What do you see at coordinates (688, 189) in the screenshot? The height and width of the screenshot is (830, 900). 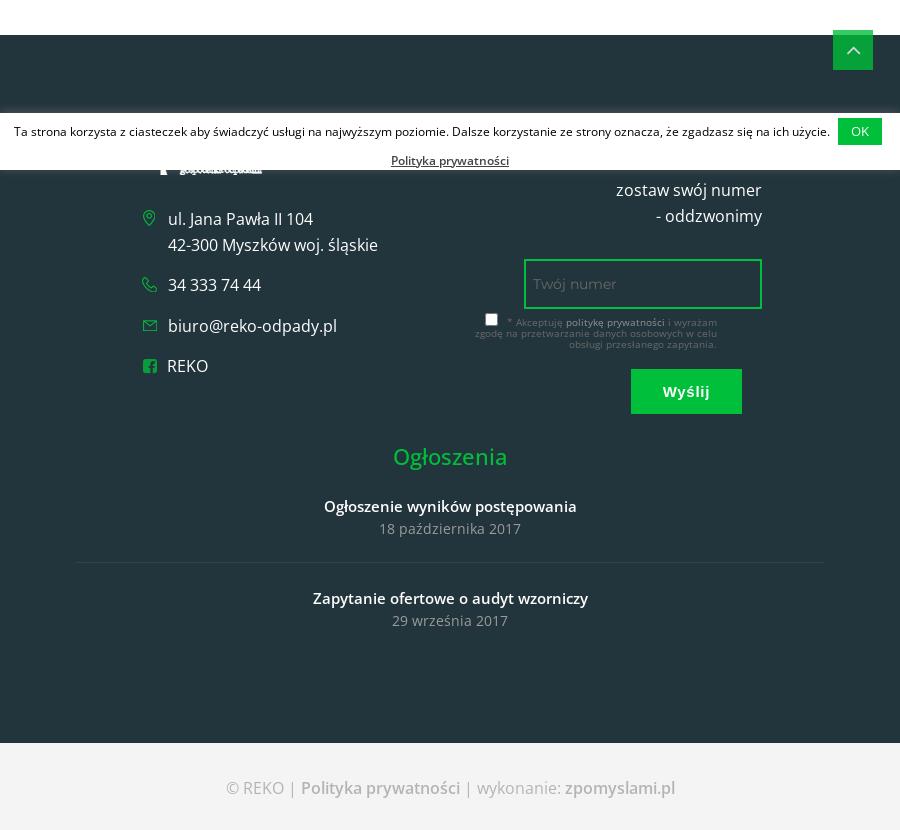 I see `'zostaw swój numer'` at bounding box center [688, 189].